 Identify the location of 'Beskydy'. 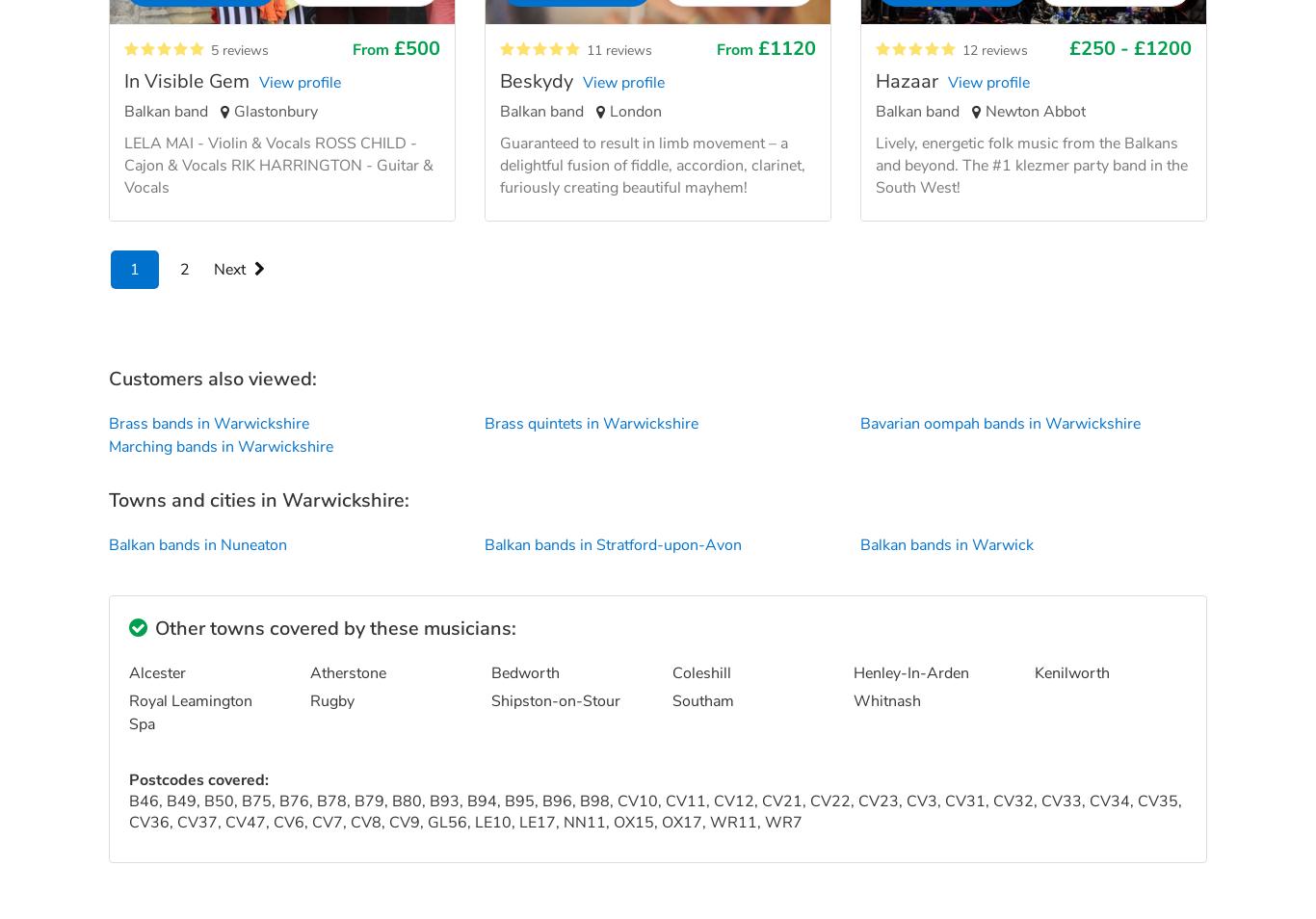
(499, 80).